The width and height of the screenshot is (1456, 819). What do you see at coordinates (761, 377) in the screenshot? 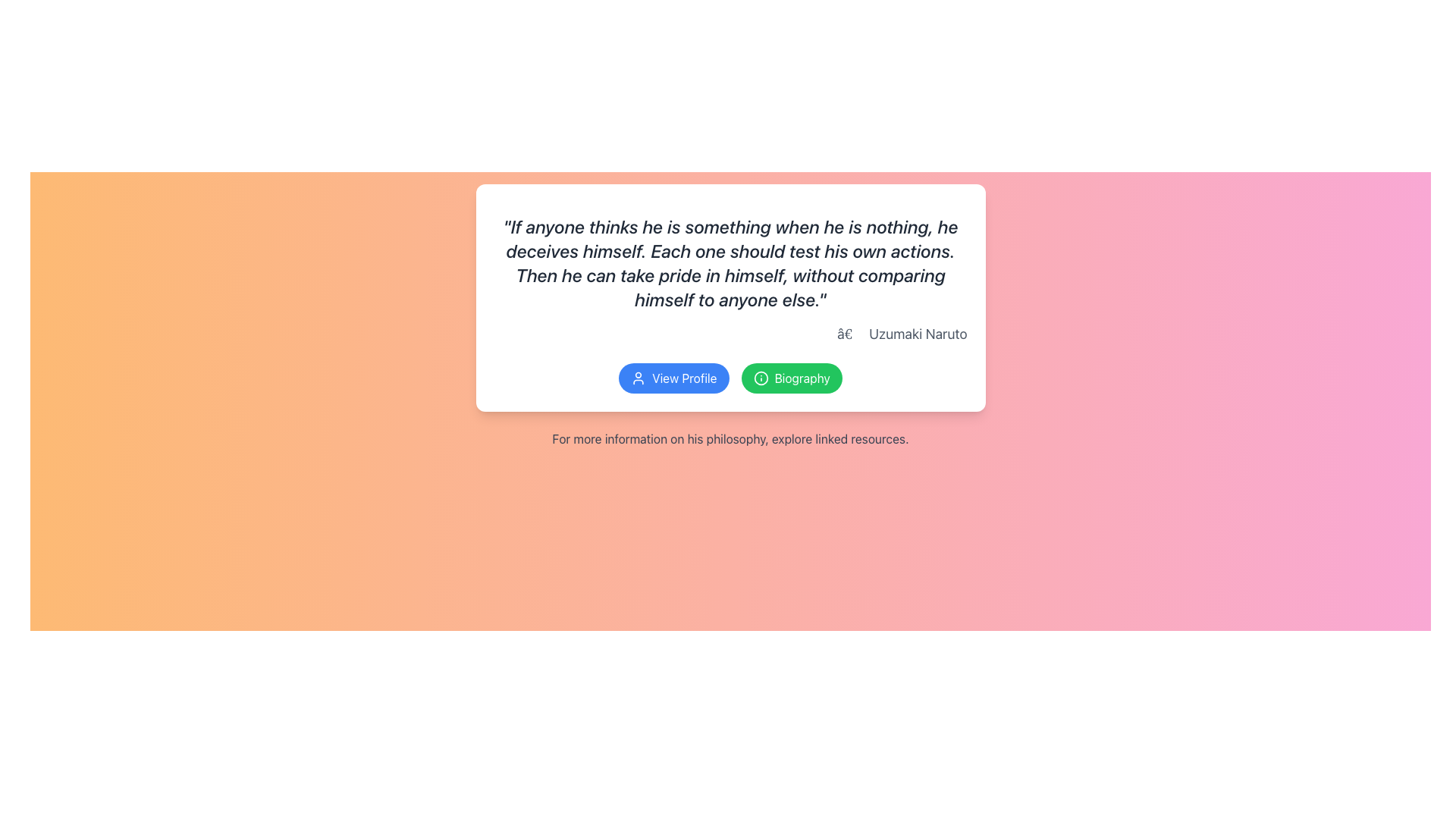
I see `the SVG Icon inside the green button labeled 'Biography', which directs users to see a biography` at bounding box center [761, 377].